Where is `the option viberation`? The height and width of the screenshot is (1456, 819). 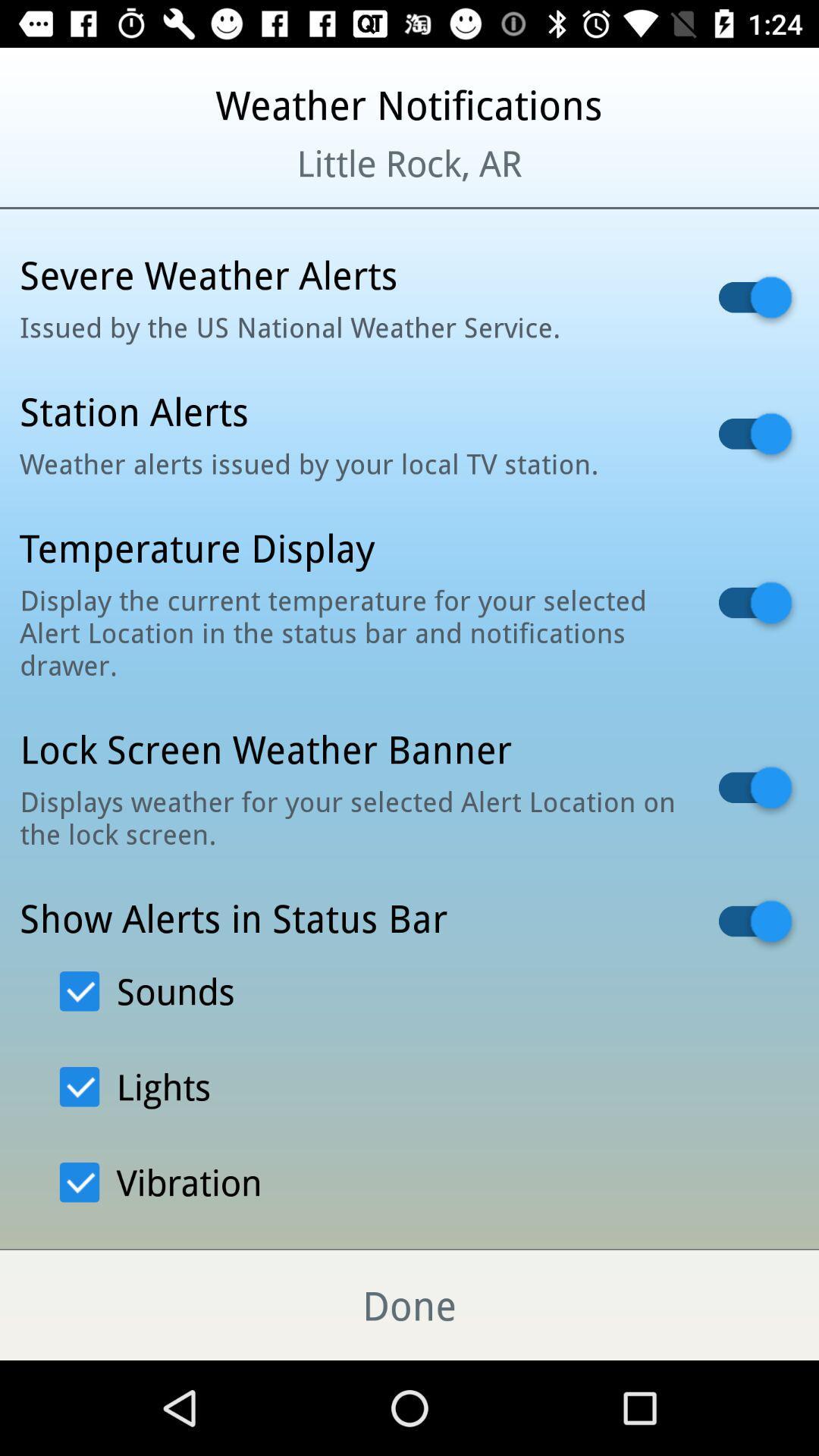
the option viberation is located at coordinates (161, 1181).